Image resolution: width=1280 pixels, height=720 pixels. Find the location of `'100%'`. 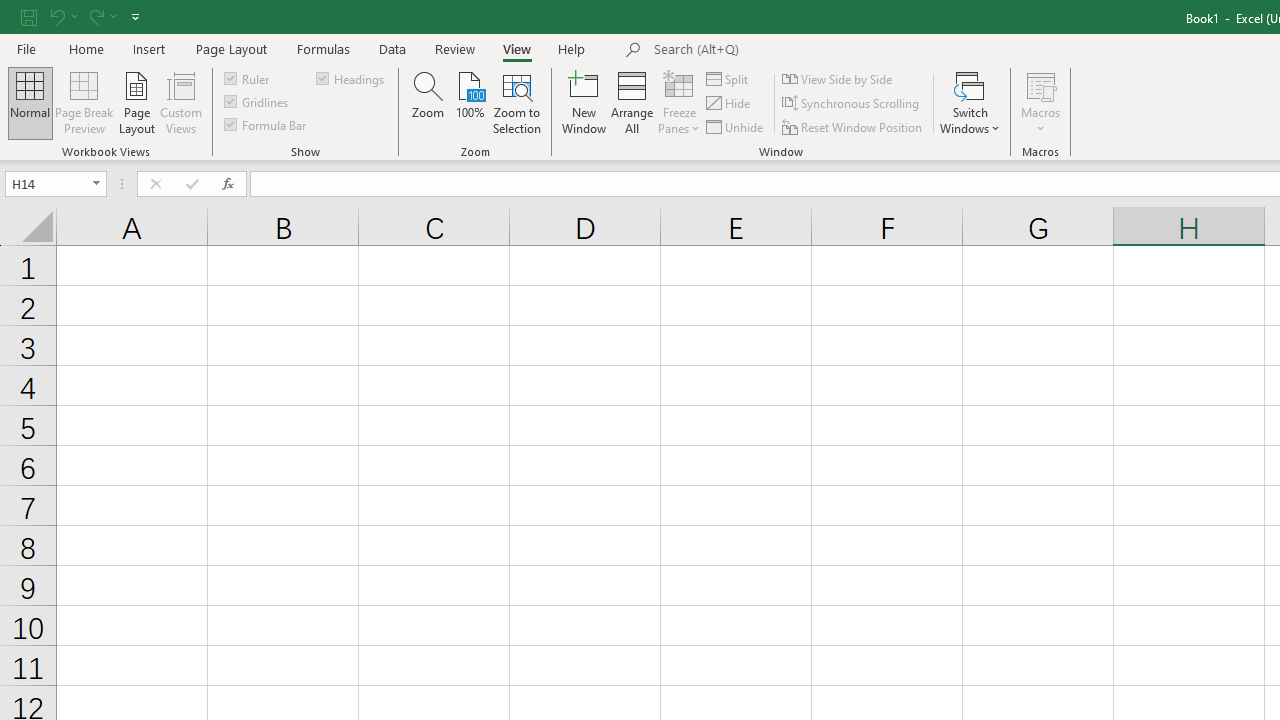

'100%' is located at coordinates (469, 103).